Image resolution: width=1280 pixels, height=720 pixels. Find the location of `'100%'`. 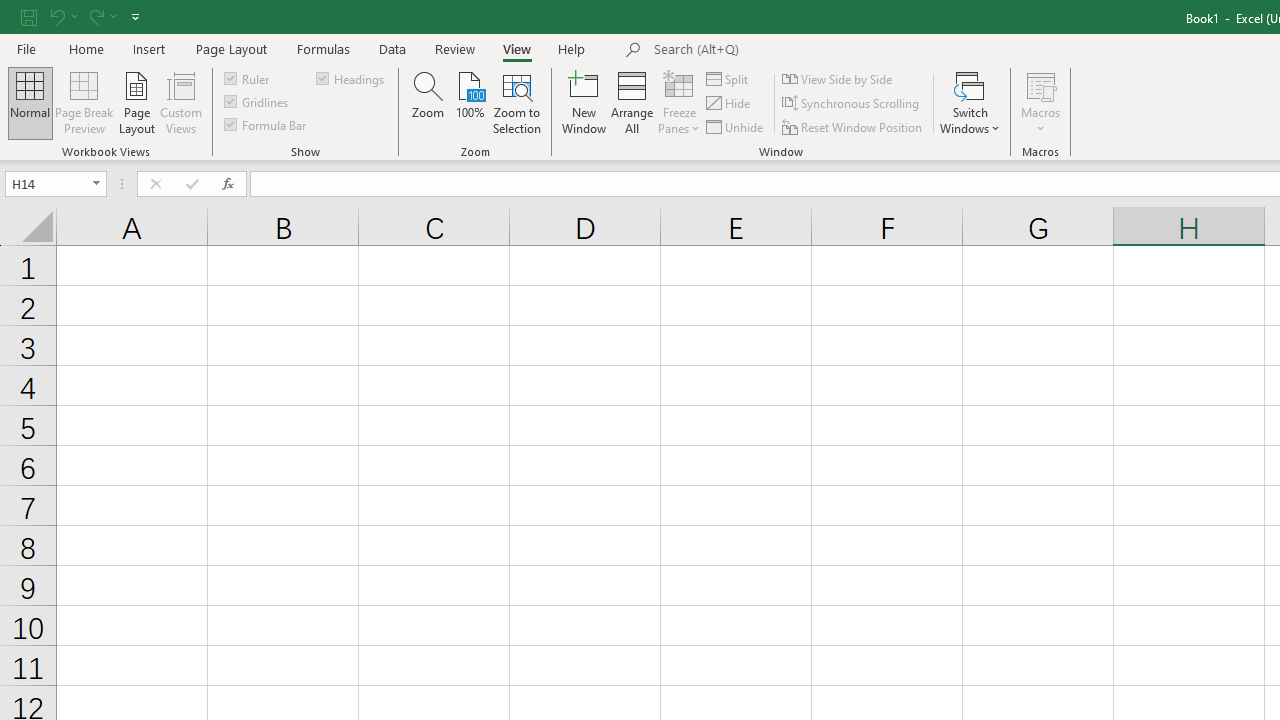

'100%' is located at coordinates (469, 103).